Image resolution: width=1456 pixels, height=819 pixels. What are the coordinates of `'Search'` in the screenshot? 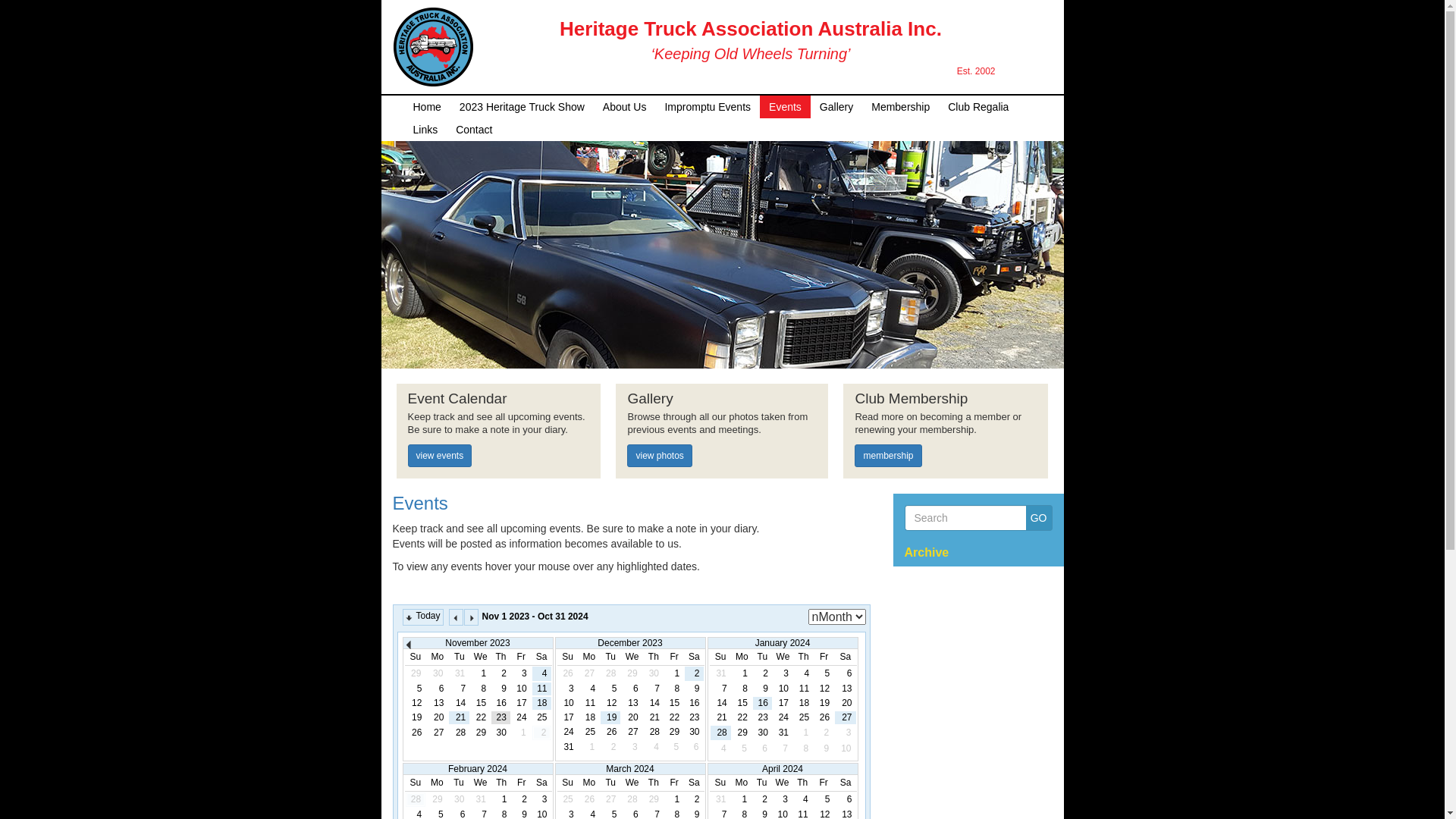 It's located at (964, 516).